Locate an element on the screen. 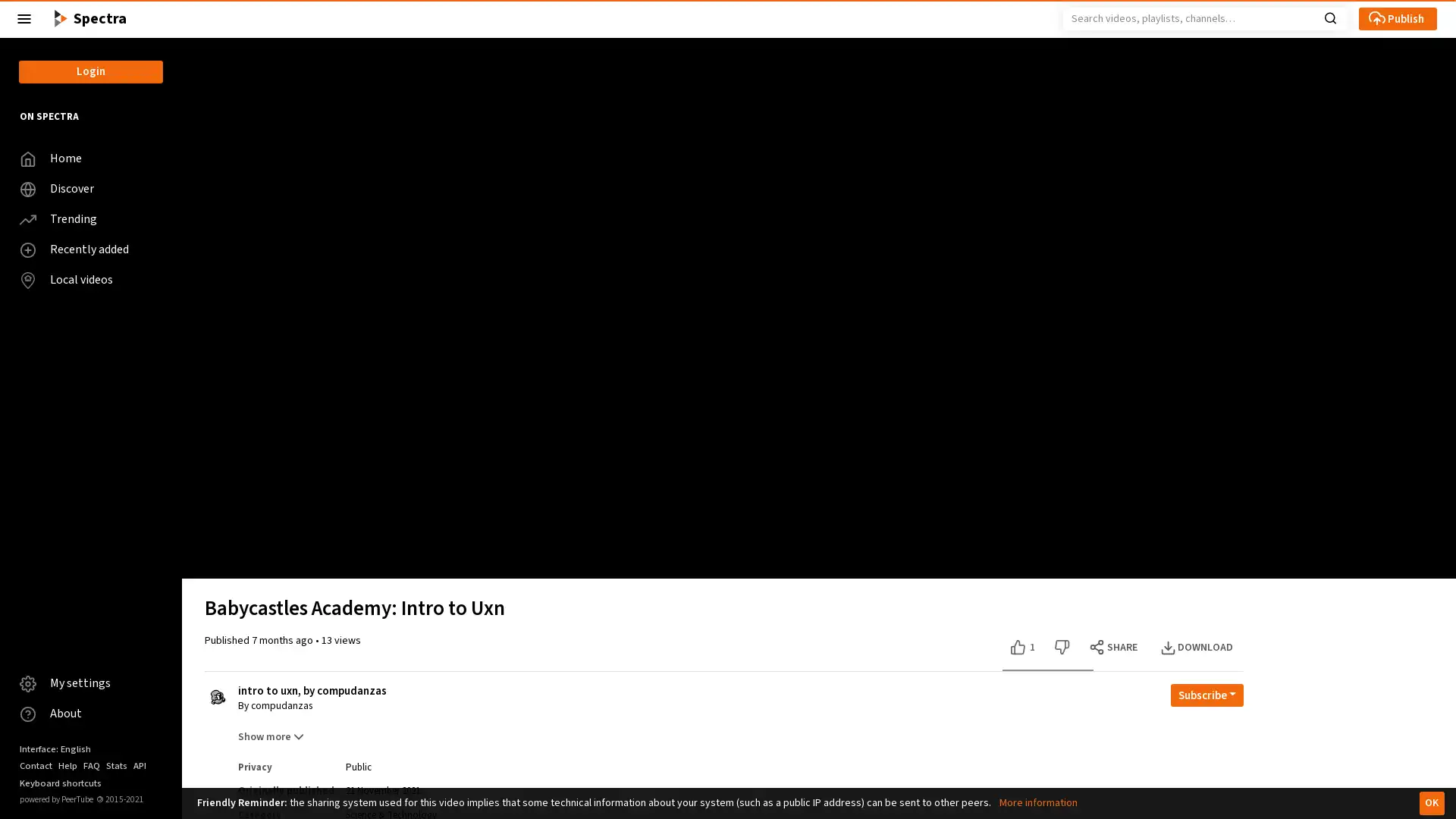 This screenshot has width=1456, height=819. Like this video is located at coordinates (1024, 647).